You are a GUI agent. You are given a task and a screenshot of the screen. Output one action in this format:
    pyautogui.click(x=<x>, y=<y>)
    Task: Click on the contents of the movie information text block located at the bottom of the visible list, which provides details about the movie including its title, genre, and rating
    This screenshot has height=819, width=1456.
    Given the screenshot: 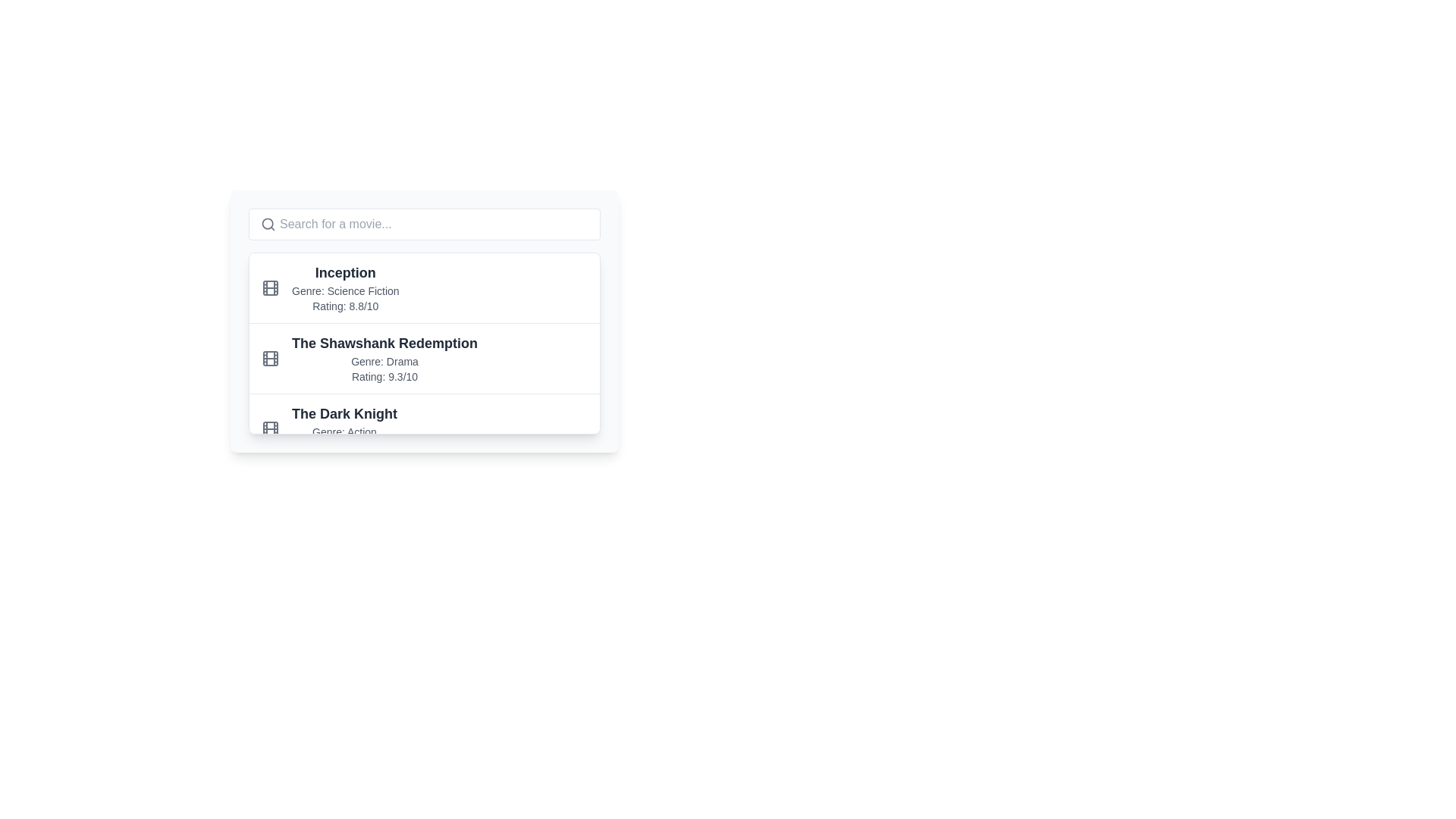 What is the action you would take?
    pyautogui.click(x=344, y=429)
    